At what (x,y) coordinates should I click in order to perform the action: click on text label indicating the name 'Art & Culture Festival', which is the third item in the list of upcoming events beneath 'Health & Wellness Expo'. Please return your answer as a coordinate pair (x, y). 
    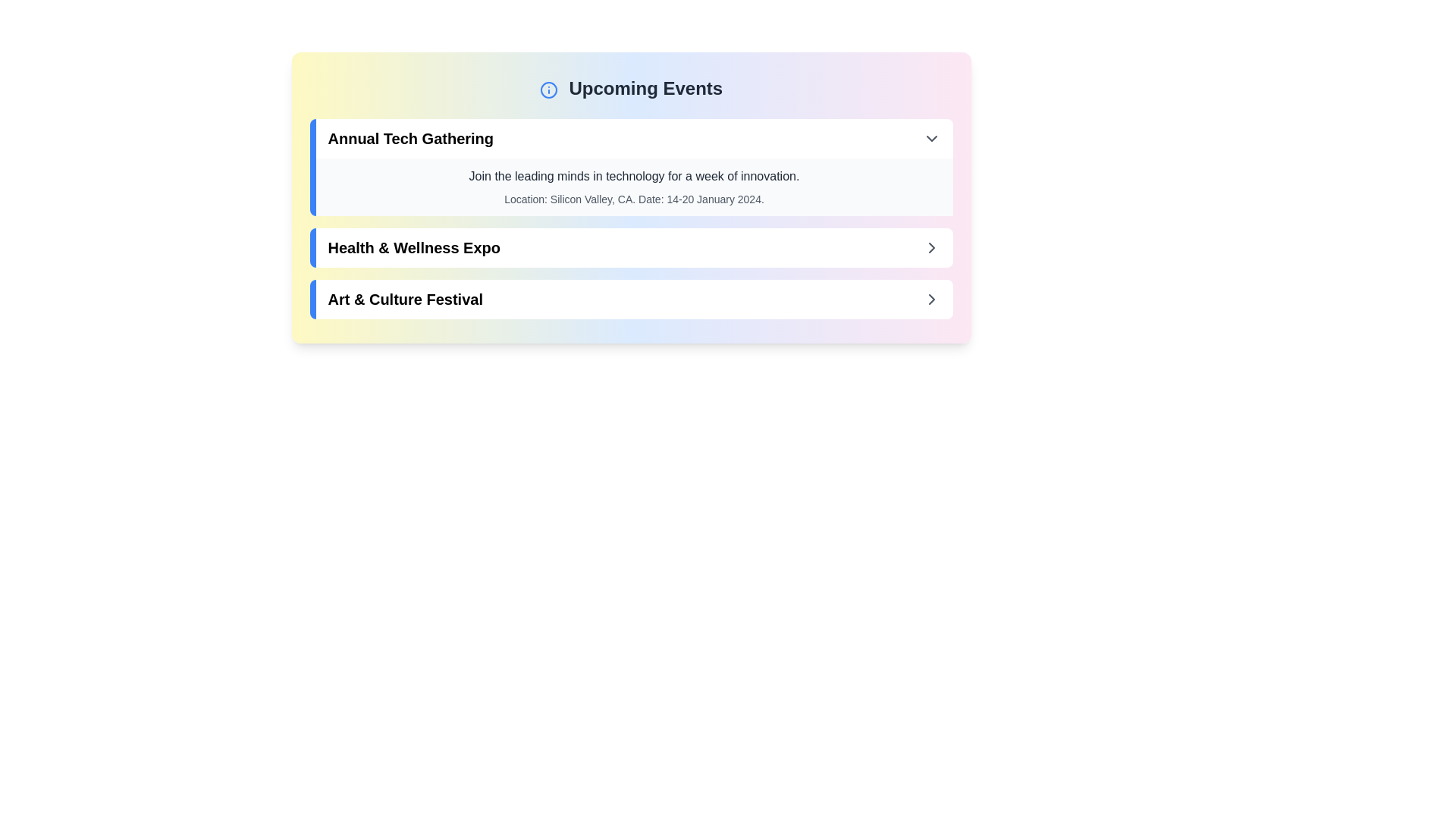
    Looking at the image, I should click on (405, 299).